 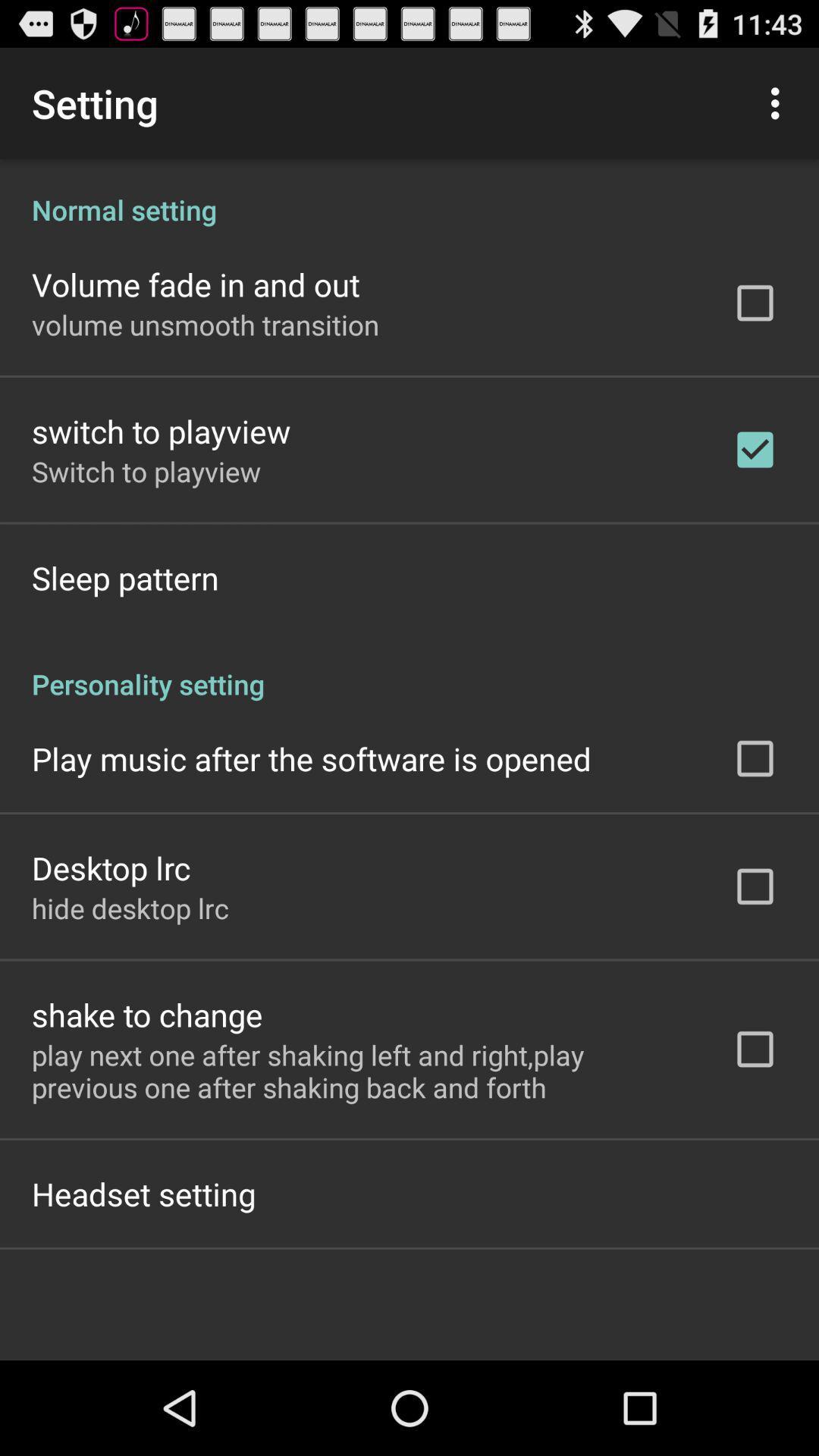 I want to click on the icon above volume unsmooth transition icon, so click(x=195, y=284).